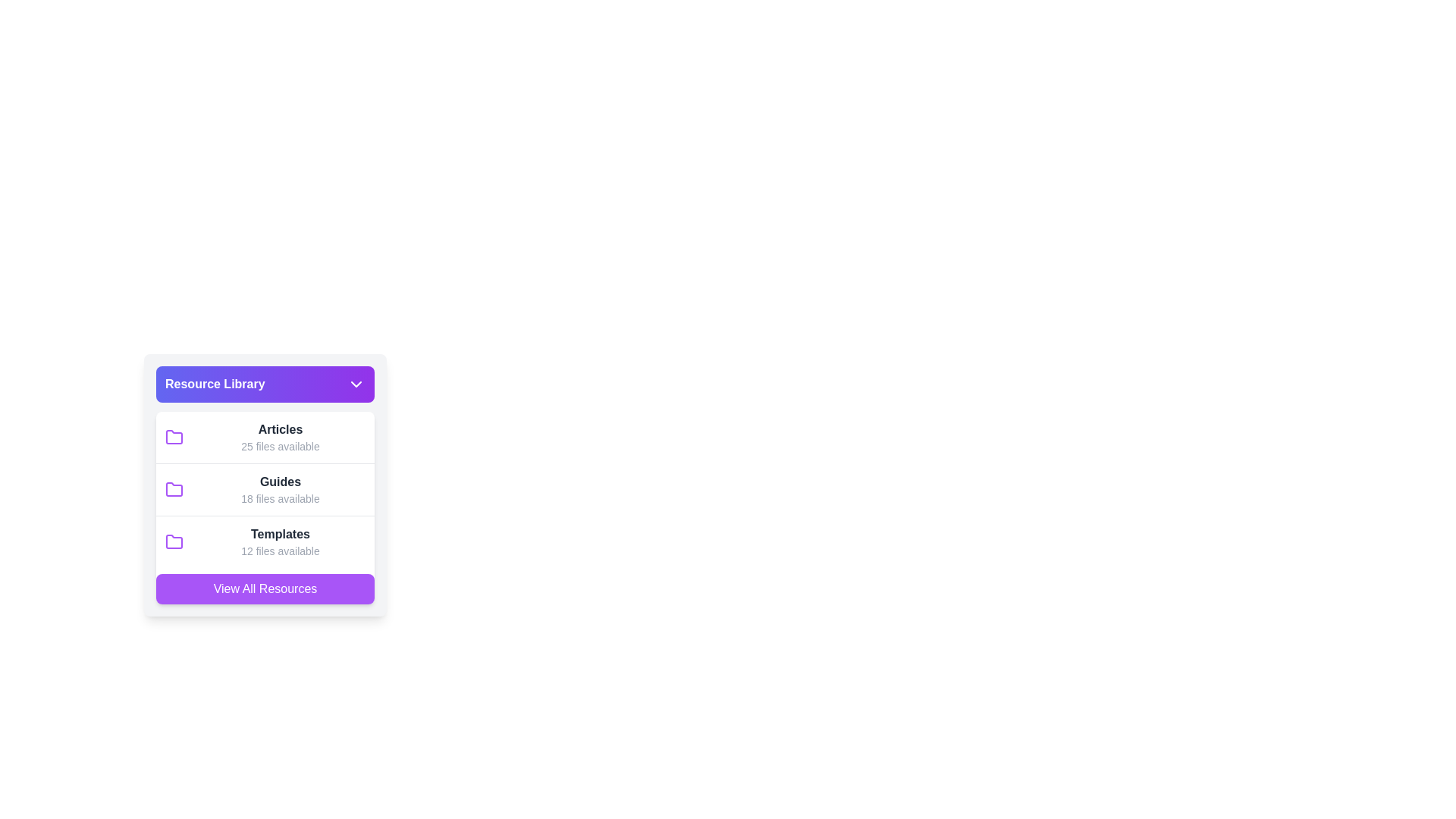 This screenshot has height=819, width=1456. I want to click on the 'Articles' folder in the Resource Library, so click(265, 438).